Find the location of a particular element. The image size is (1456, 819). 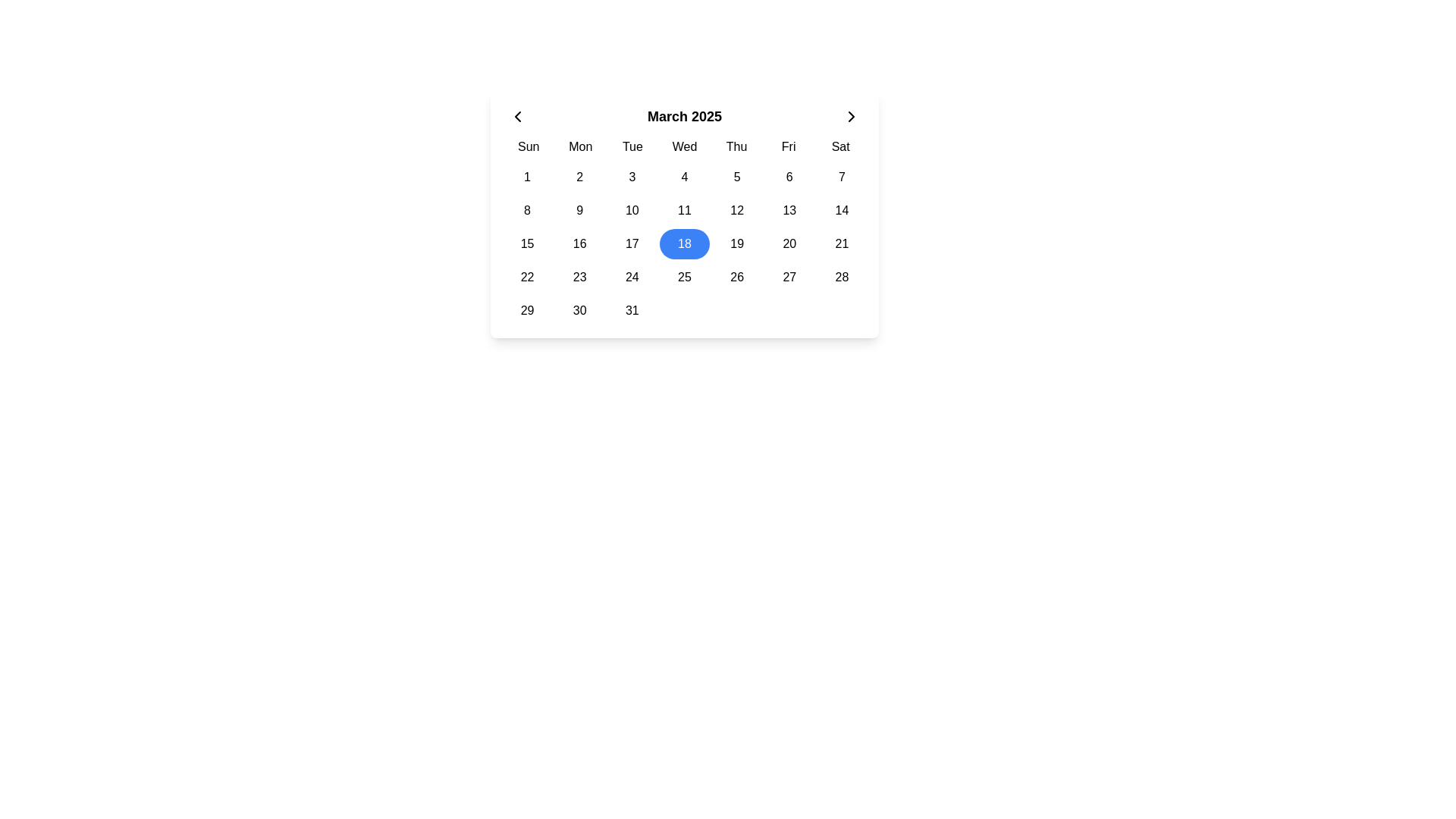

the selectable calendar day located in the fourth row and first column of the grid is located at coordinates (527, 278).